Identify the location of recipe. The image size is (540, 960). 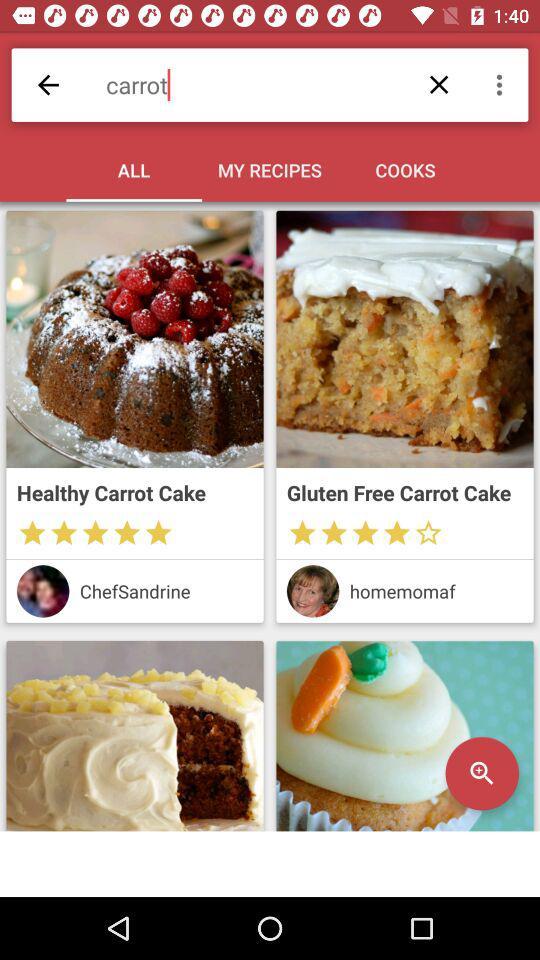
(405, 339).